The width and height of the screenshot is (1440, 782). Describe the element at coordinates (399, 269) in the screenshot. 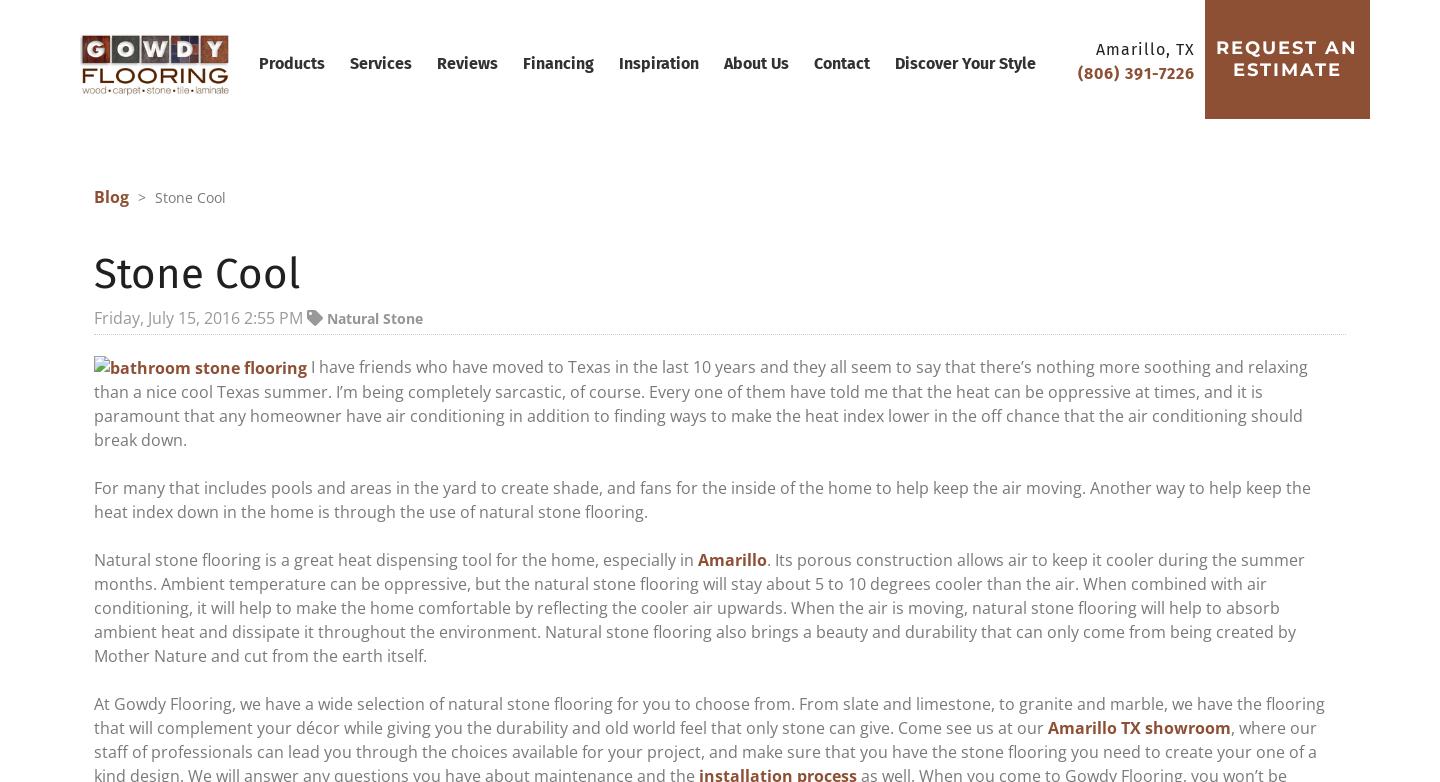

I see `'Laminate'` at that location.